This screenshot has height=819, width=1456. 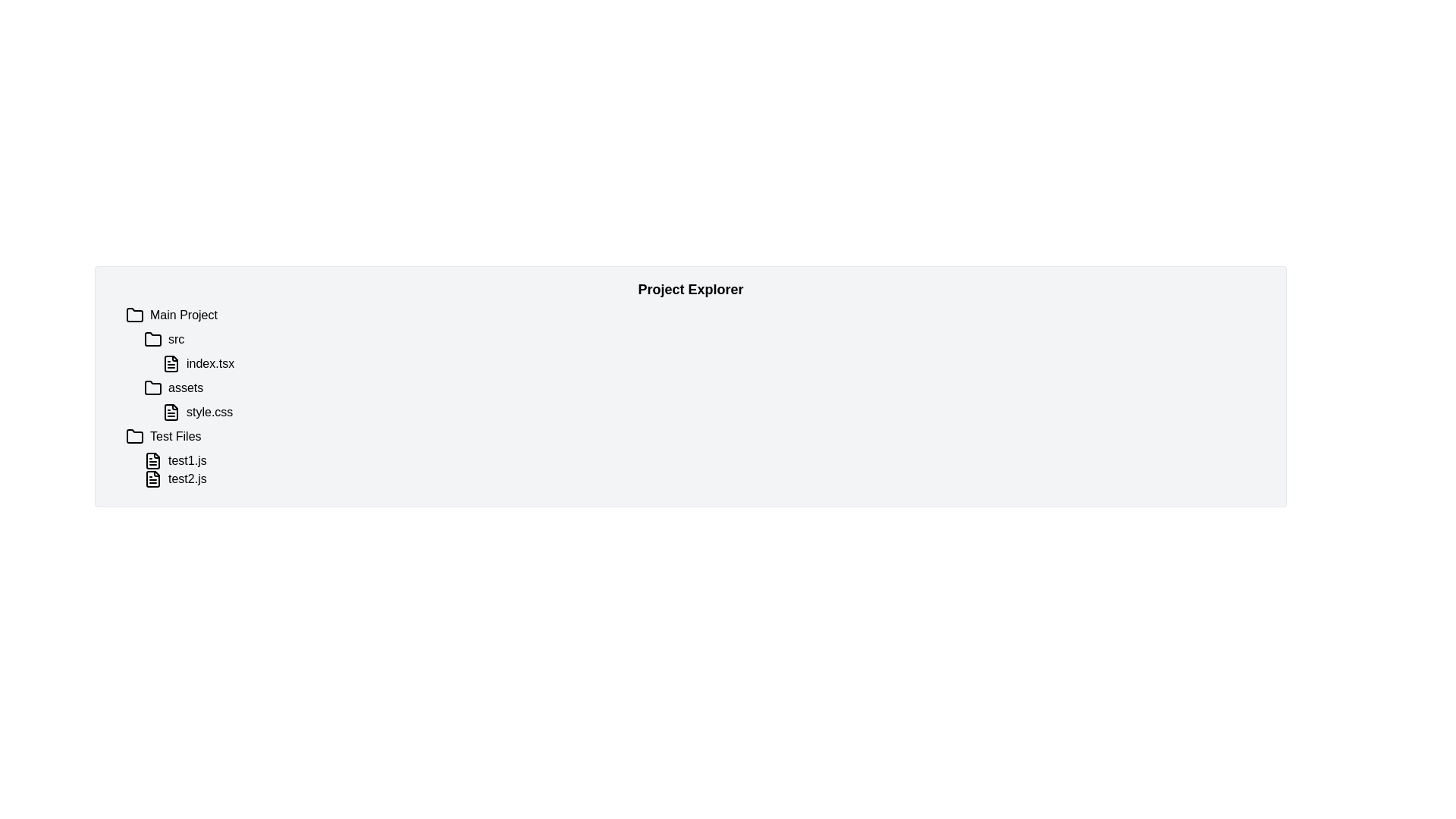 What do you see at coordinates (152, 460) in the screenshot?
I see `the leftmost icon representing the file 'test1.js' located in the 'Test Files' section of the project explorer` at bounding box center [152, 460].